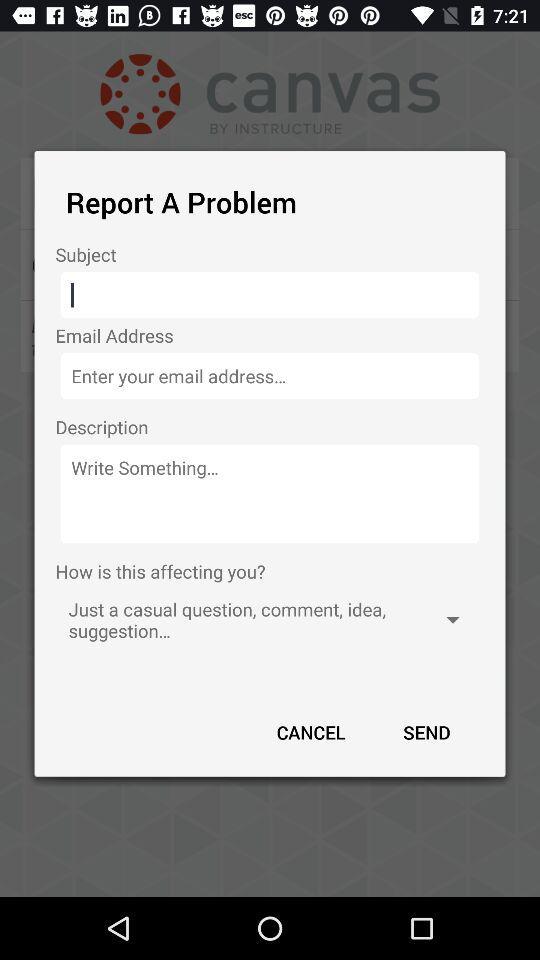 The image size is (540, 960). Describe the element at coordinates (270, 493) in the screenshot. I see `type text` at that location.